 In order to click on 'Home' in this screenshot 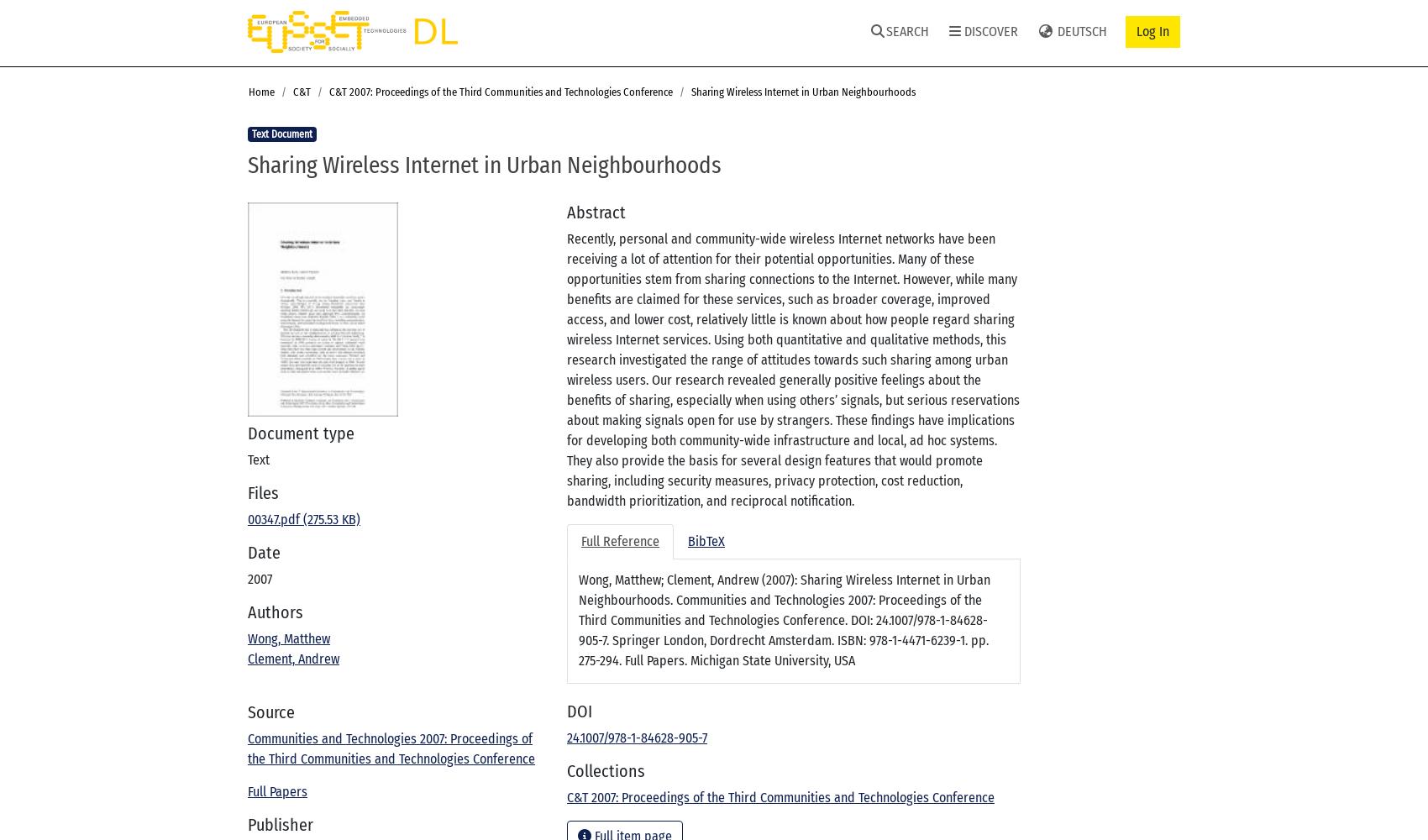, I will do `click(261, 91)`.